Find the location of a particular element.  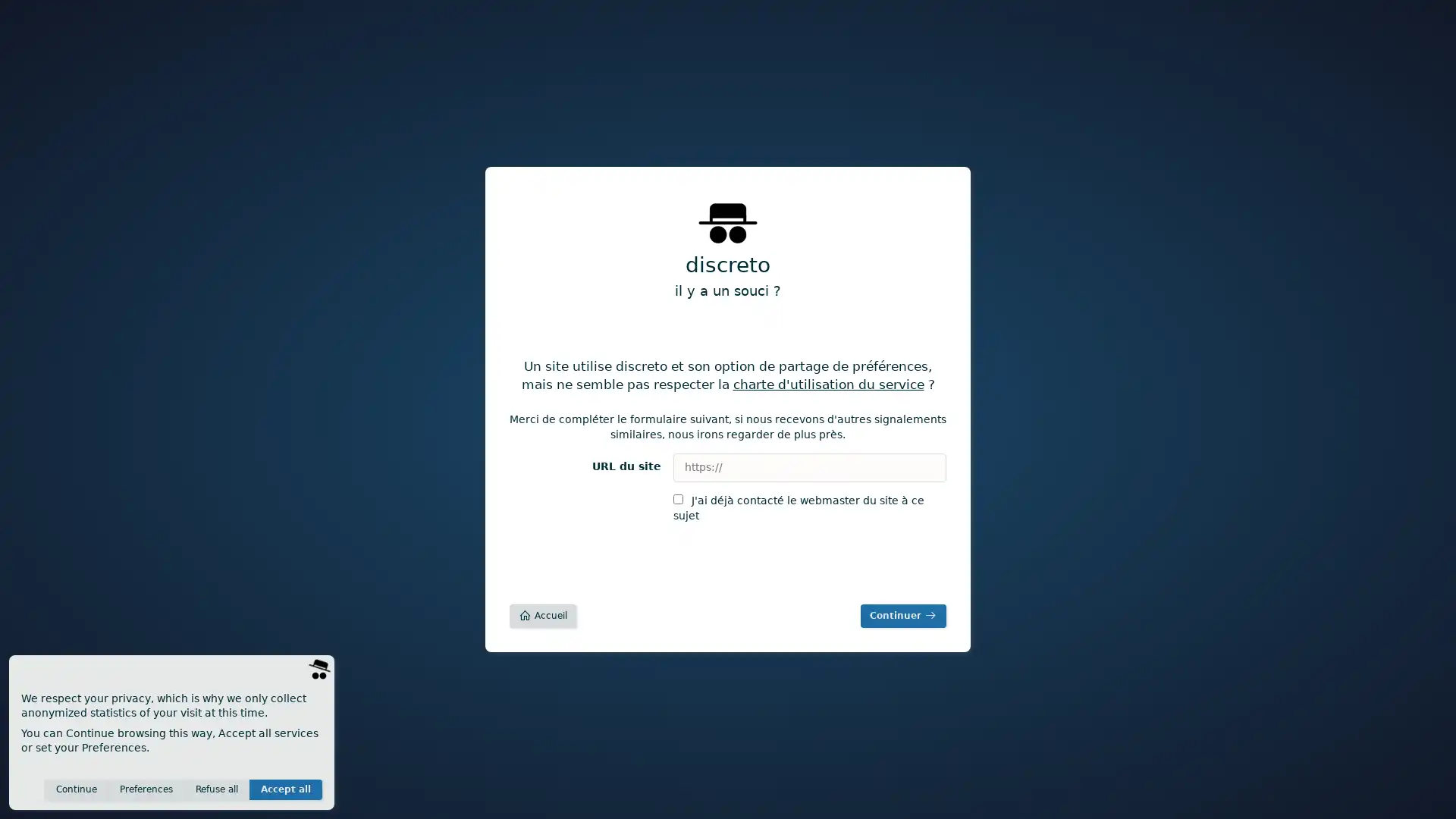

Invisible is located at coordinates (244, 795).